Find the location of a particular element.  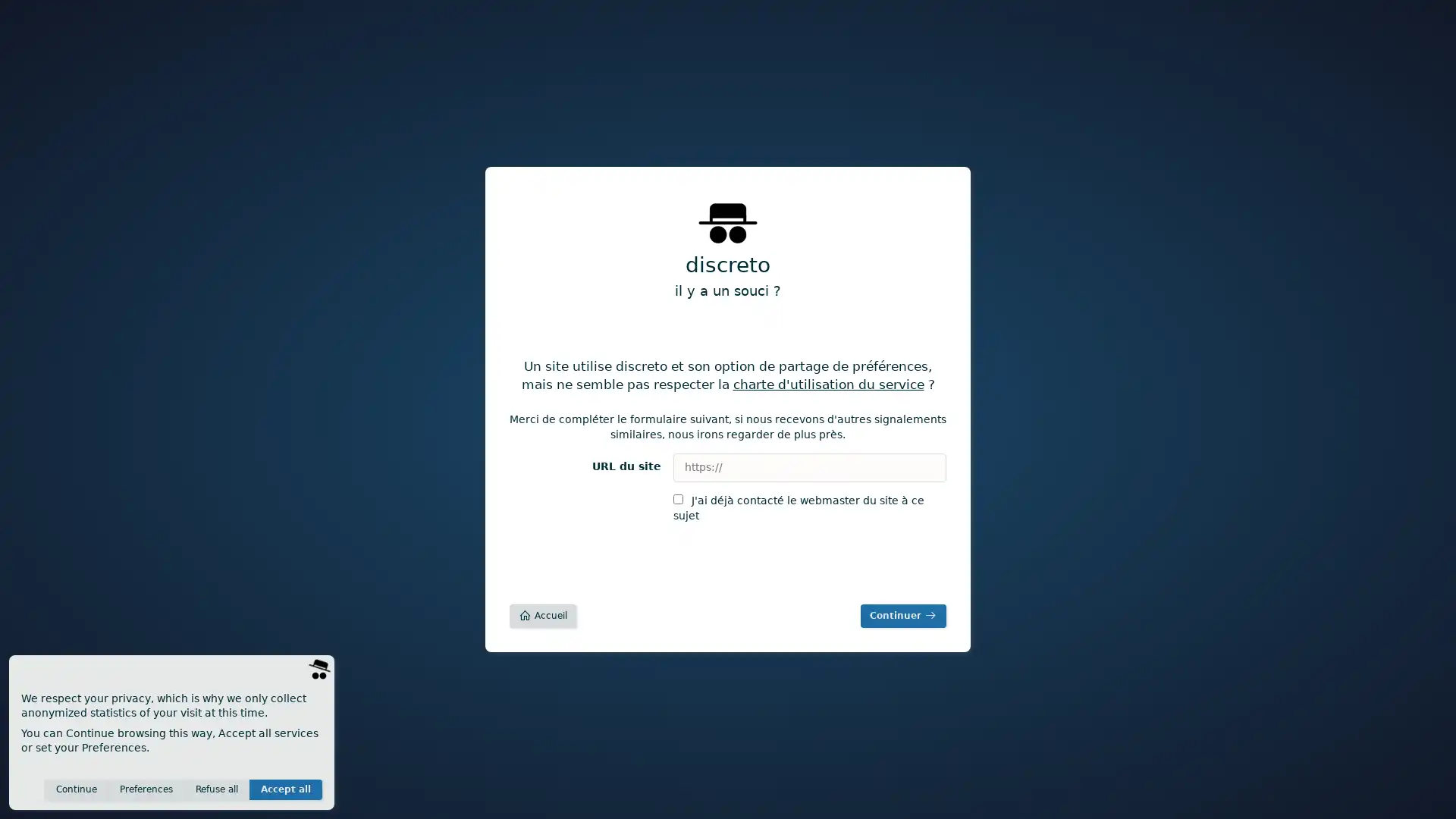

Invisible is located at coordinates (244, 795).